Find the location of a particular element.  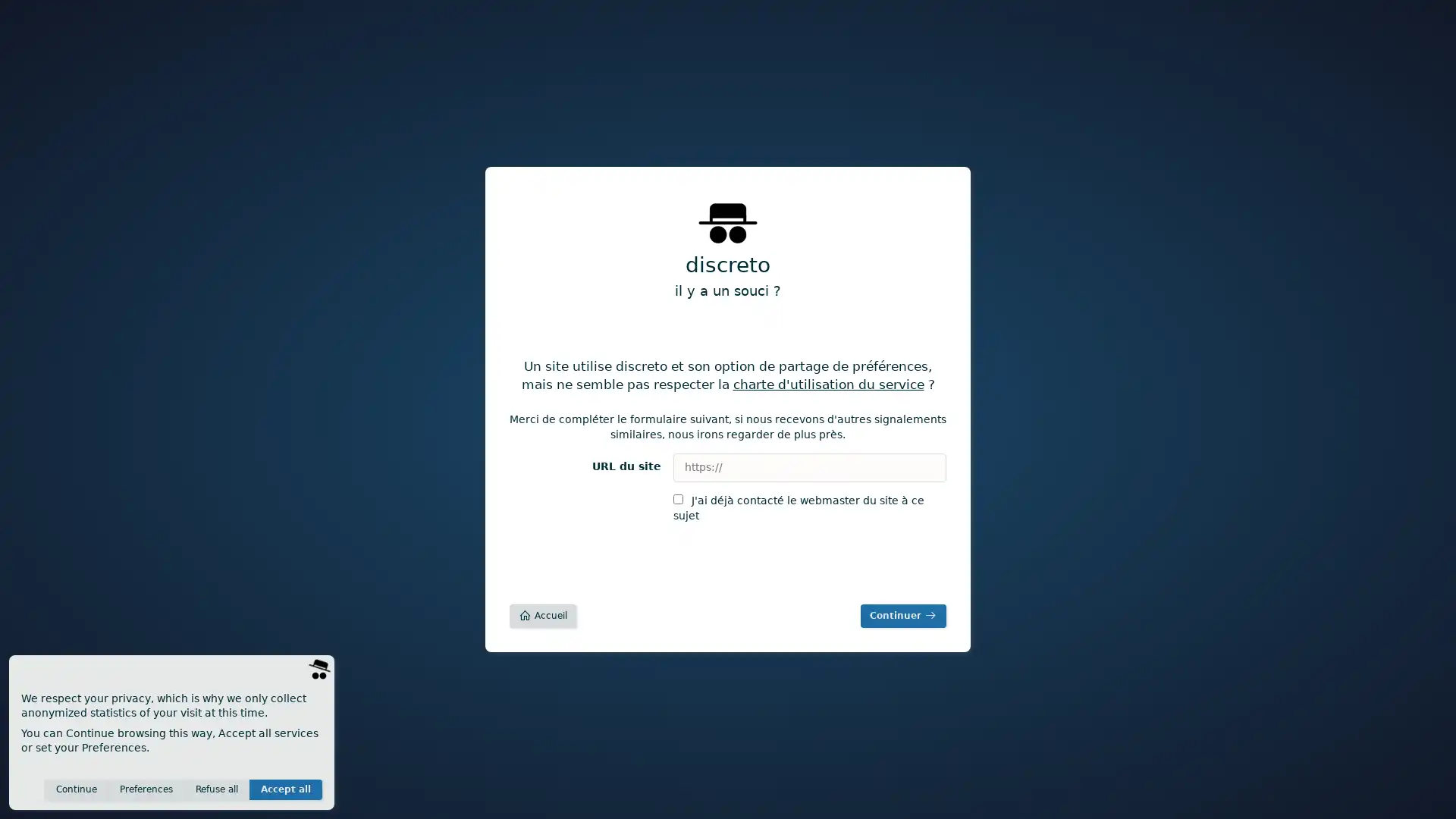

Invisible is located at coordinates (244, 795).